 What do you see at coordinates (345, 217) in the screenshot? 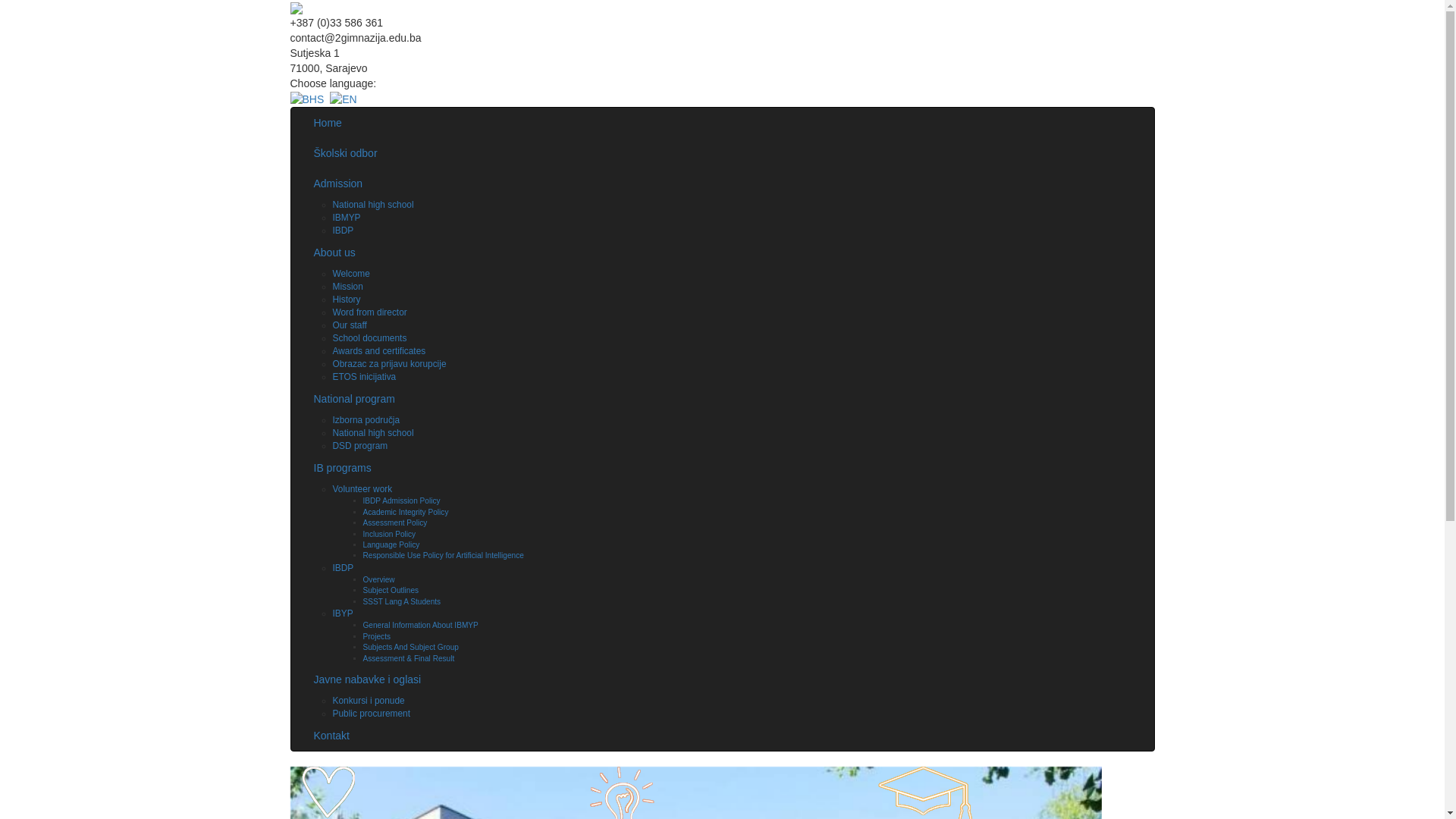
I see `'IBMYP'` at bounding box center [345, 217].